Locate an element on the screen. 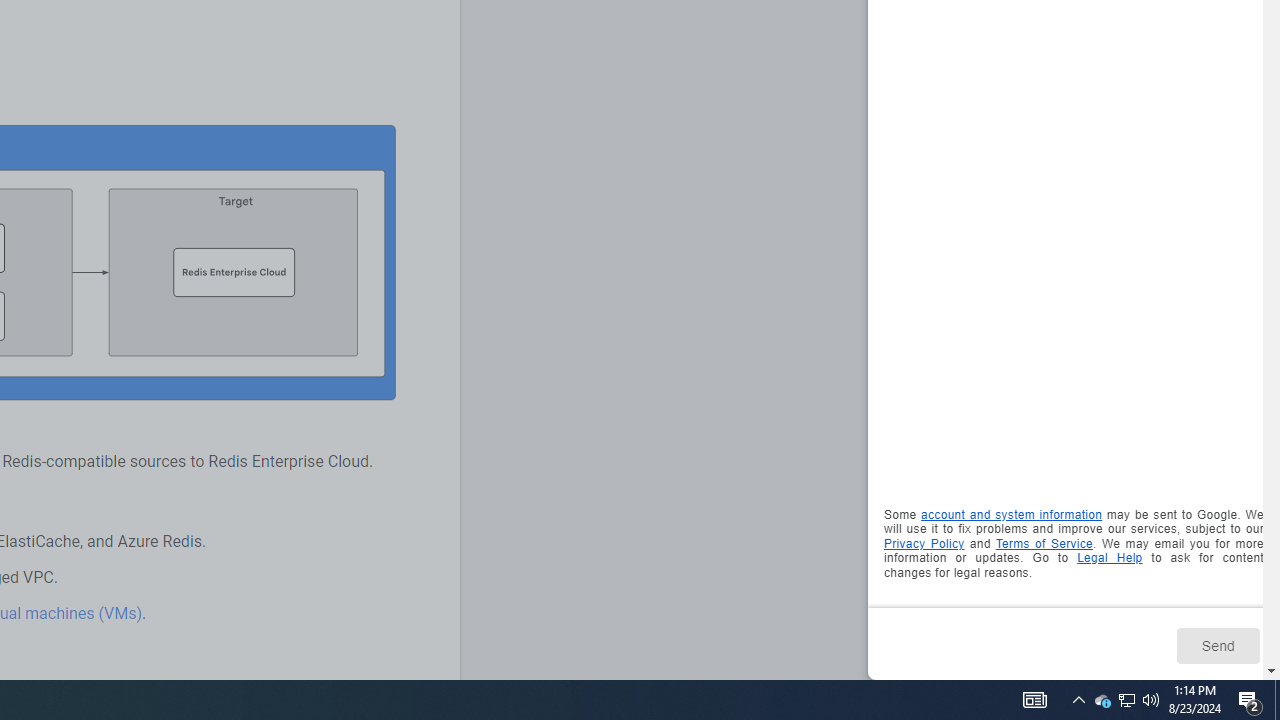 The image size is (1280, 720). 'Send' is located at coordinates (1216, 645).